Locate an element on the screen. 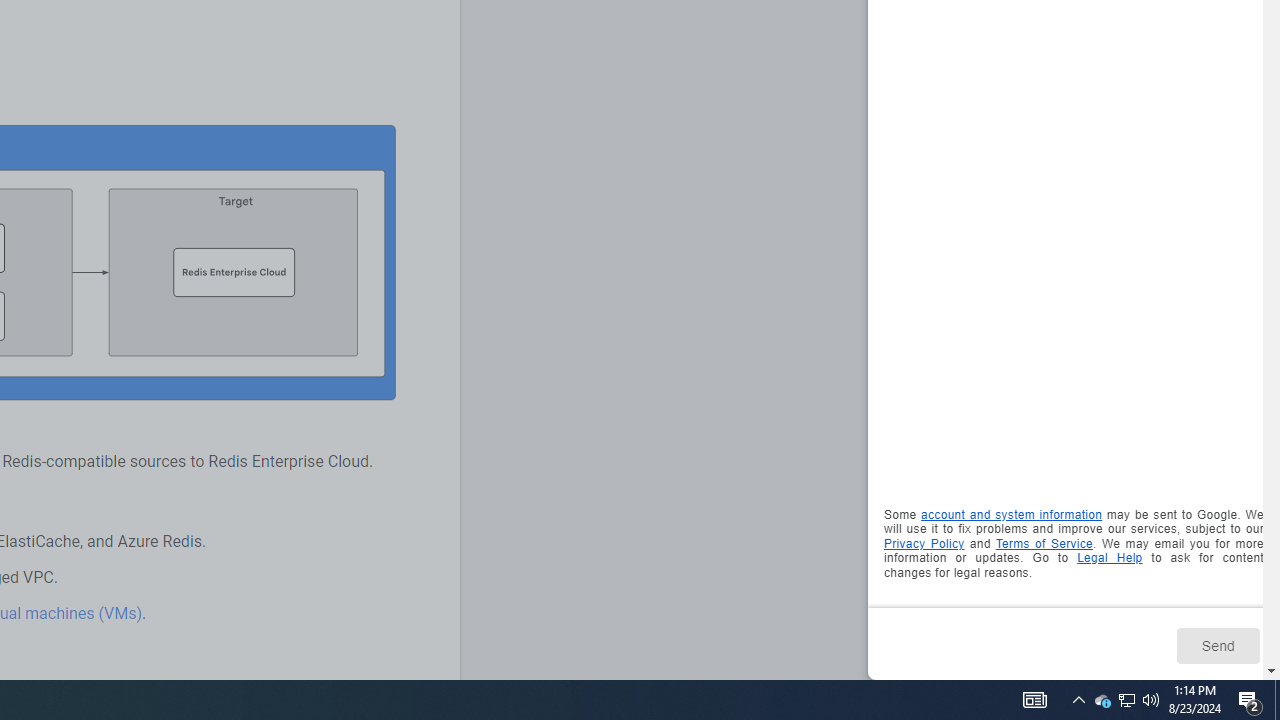 The image size is (1280, 720). 'Send' is located at coordinates (1216, 645).